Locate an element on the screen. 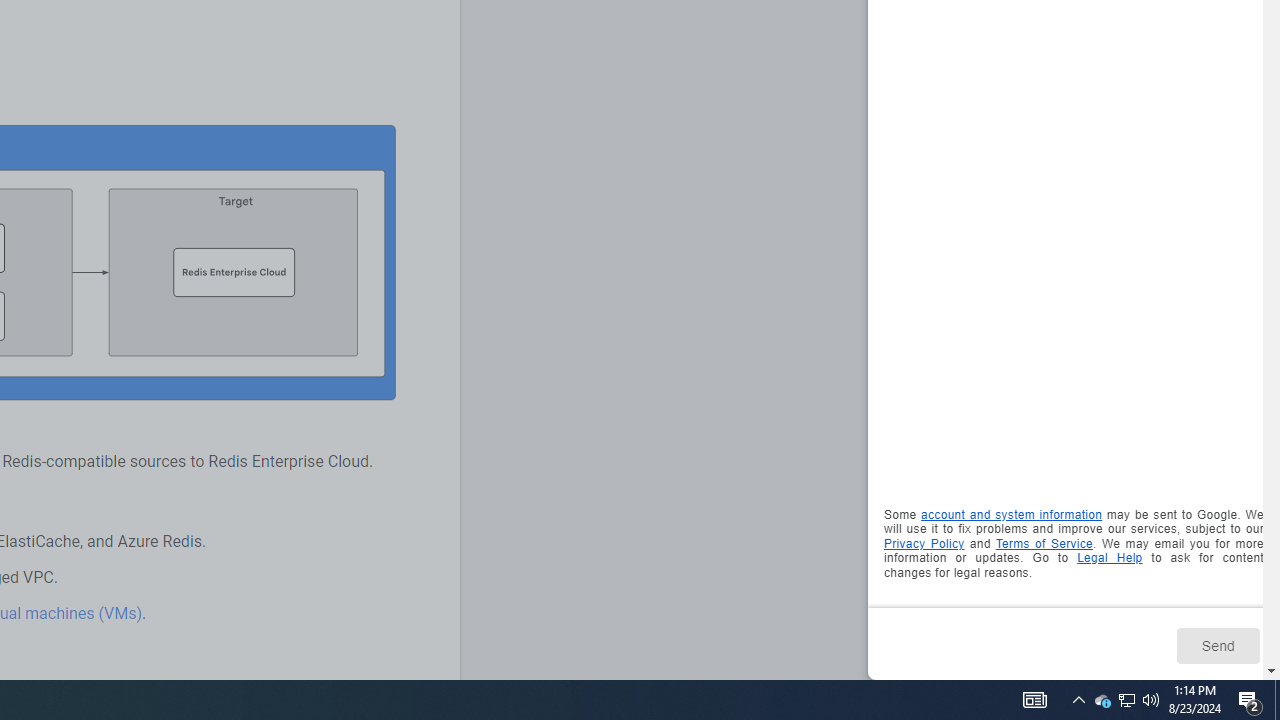 The image size is (1280, 720). 'Send' is located at coordinates (1216, 645).